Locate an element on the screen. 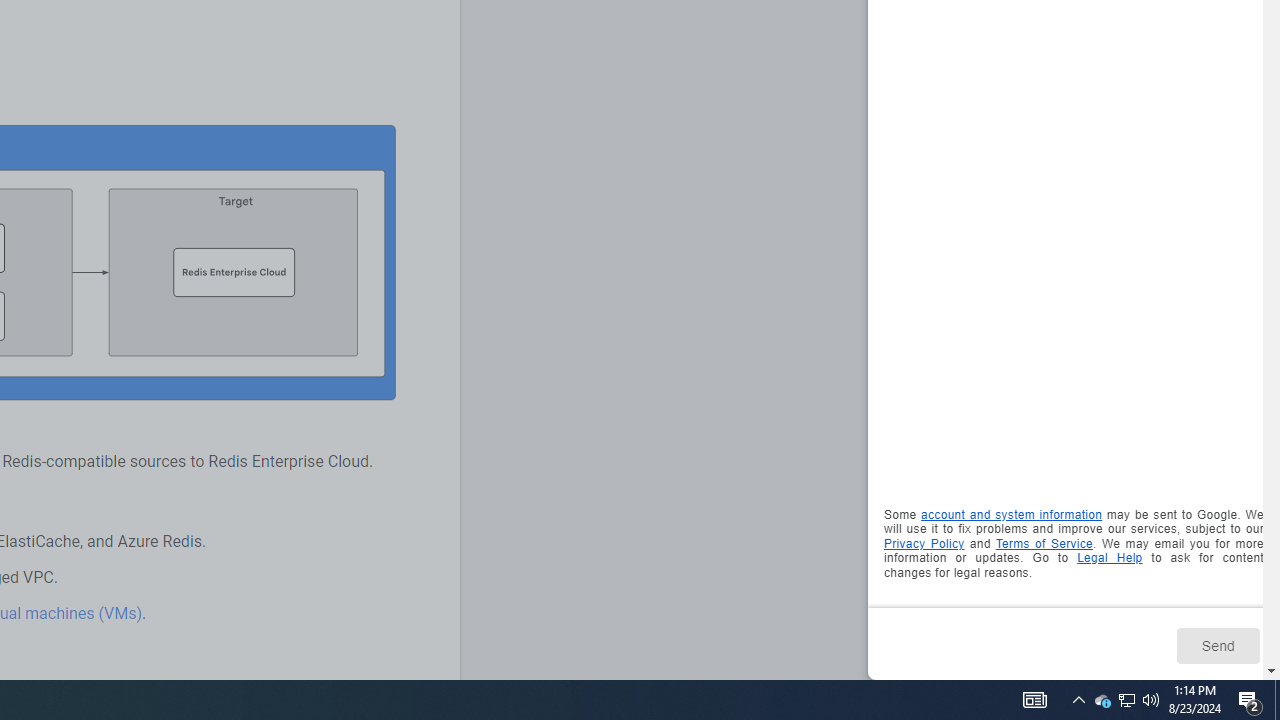 The image size is (1280, 720). 'Send' is located at coordinates (1216, 645).